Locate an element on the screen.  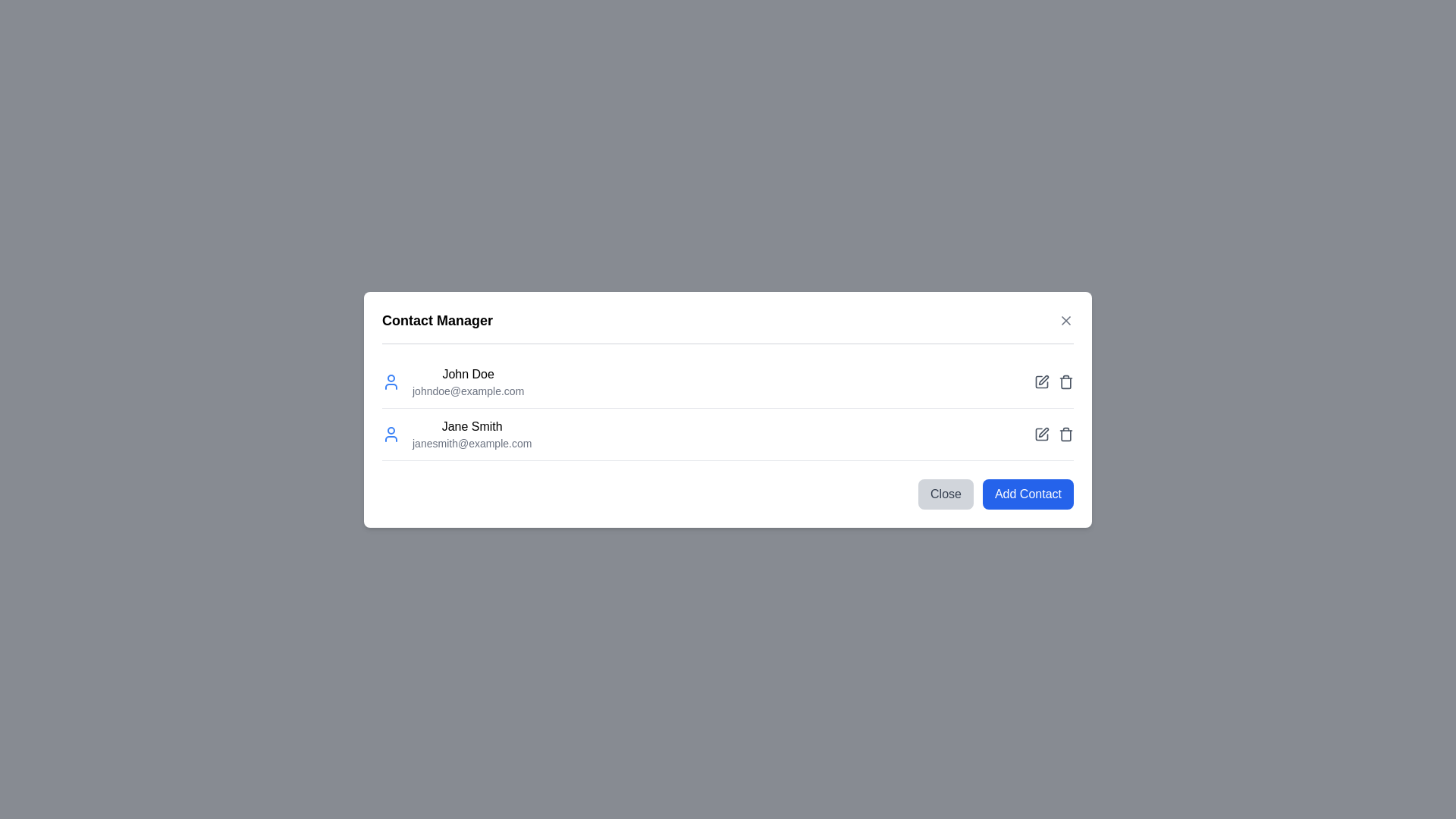
the close-icon button styled as an 'X' located in the top right corner of the 'Contact Manager' header section is located at coordinates (1065, 319).